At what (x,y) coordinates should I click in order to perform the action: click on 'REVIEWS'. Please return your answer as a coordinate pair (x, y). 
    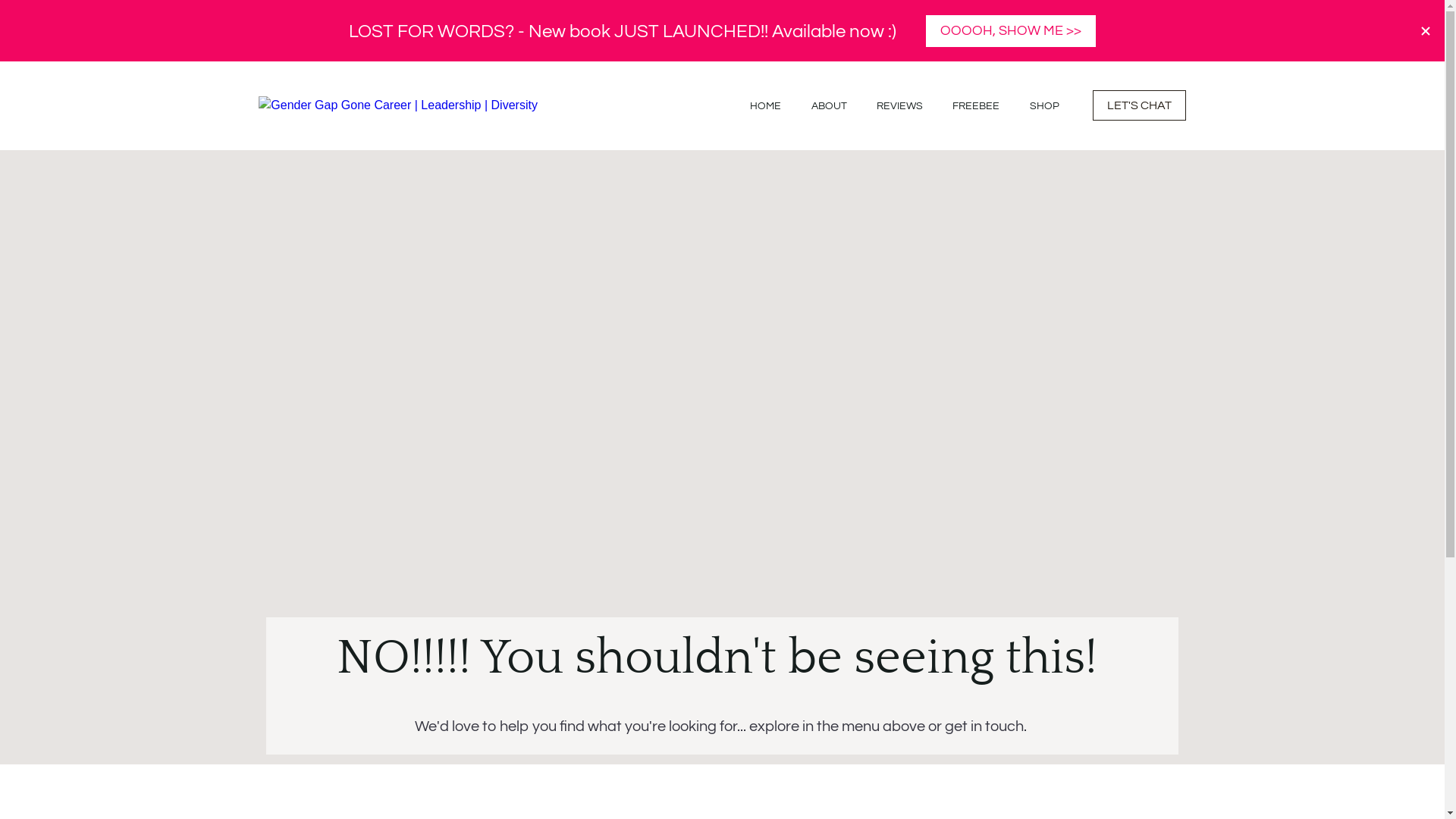
    Looking at the image, I should click on (899, 105).